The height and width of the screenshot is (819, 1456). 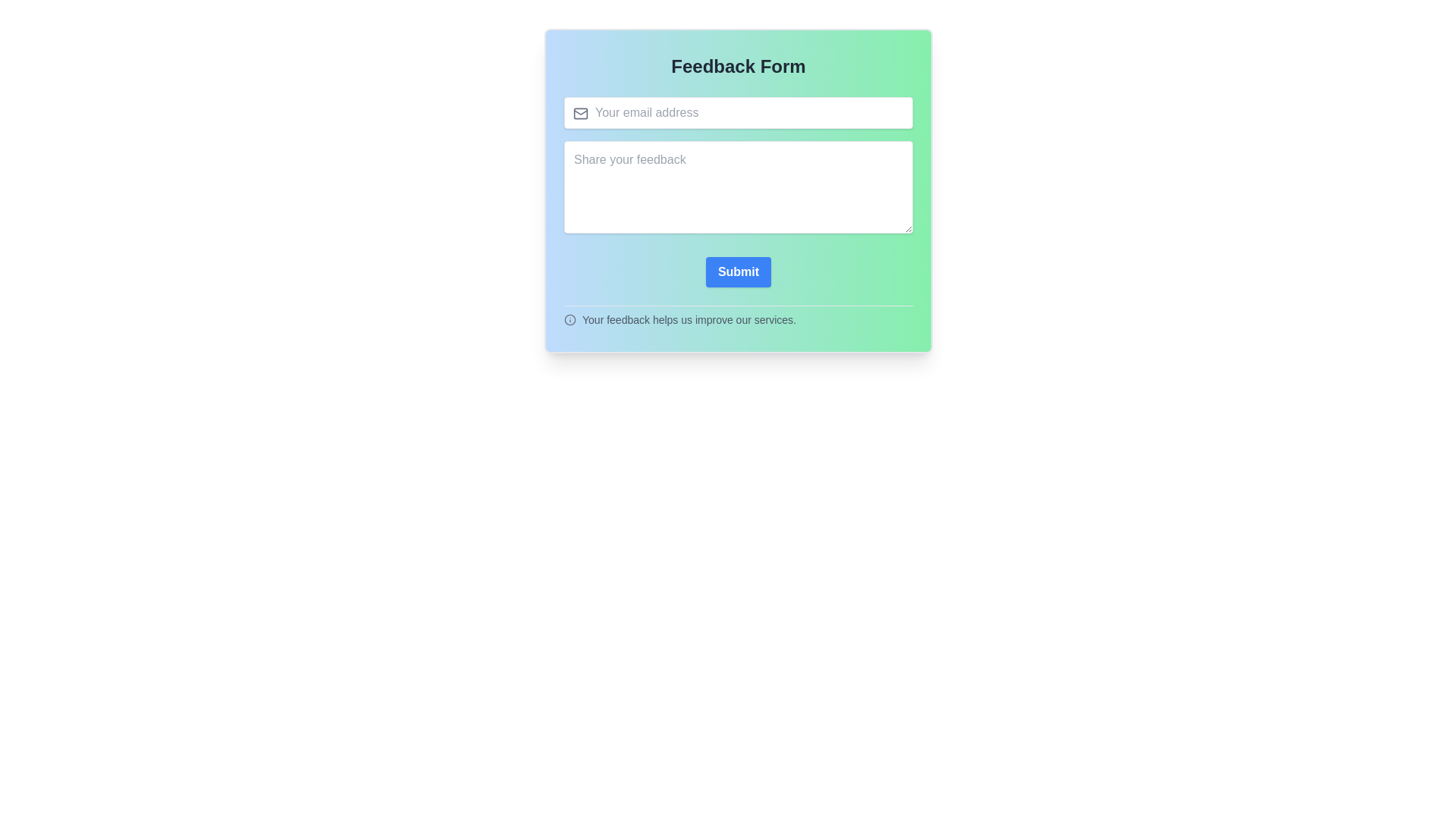 What do you see at coordinates (580, 111) in the screenshot?
I see `the envelope icon SVG graphic in the upper-left corner of the email input field within the Feedback Form` at bounding box center [580, 111].